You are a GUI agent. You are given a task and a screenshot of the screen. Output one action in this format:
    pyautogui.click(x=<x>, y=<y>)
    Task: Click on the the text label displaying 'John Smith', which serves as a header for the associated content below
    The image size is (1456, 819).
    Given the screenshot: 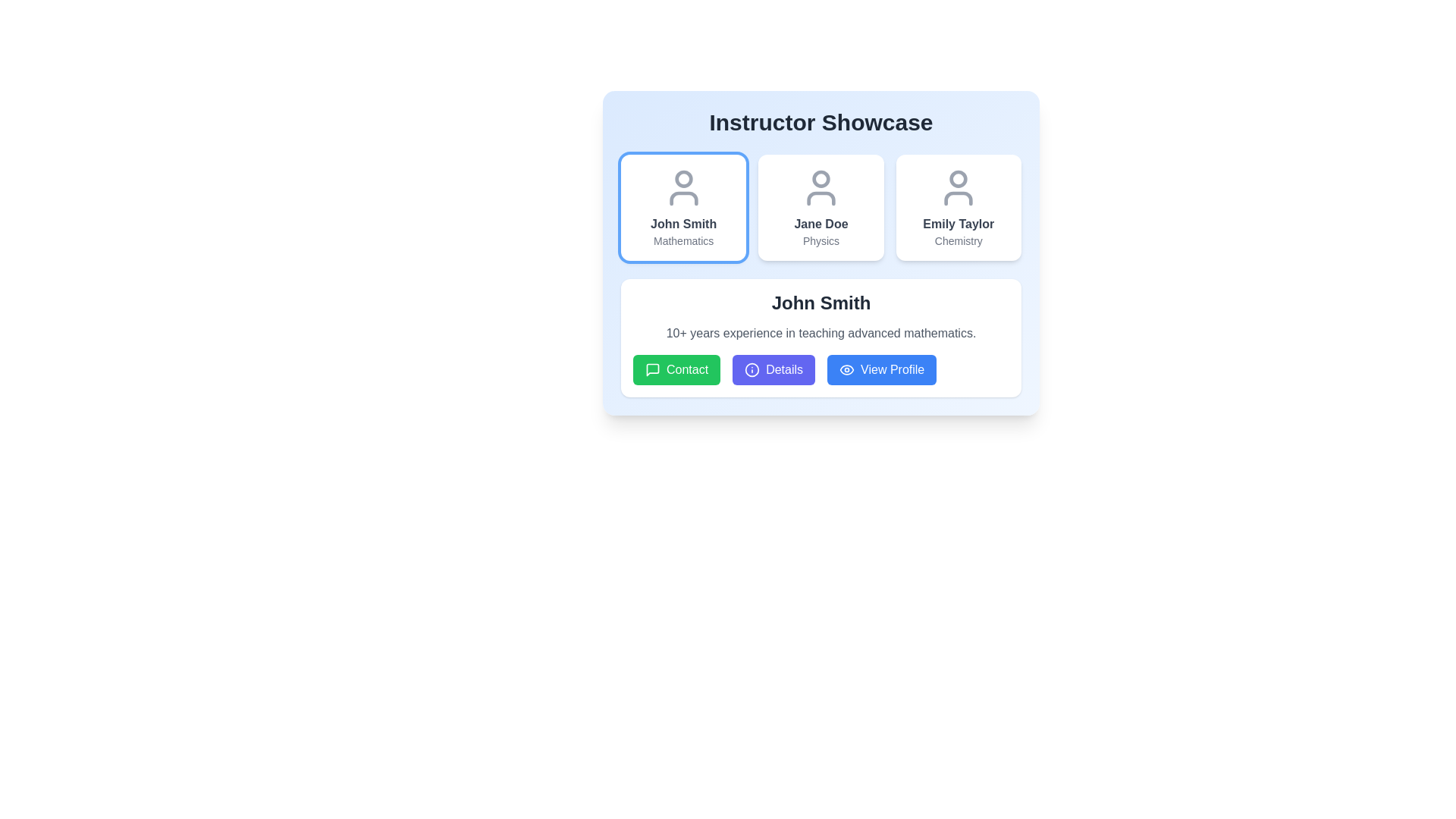 What is the action you would take?
    pyautogui.click(x=821, y=303)
    